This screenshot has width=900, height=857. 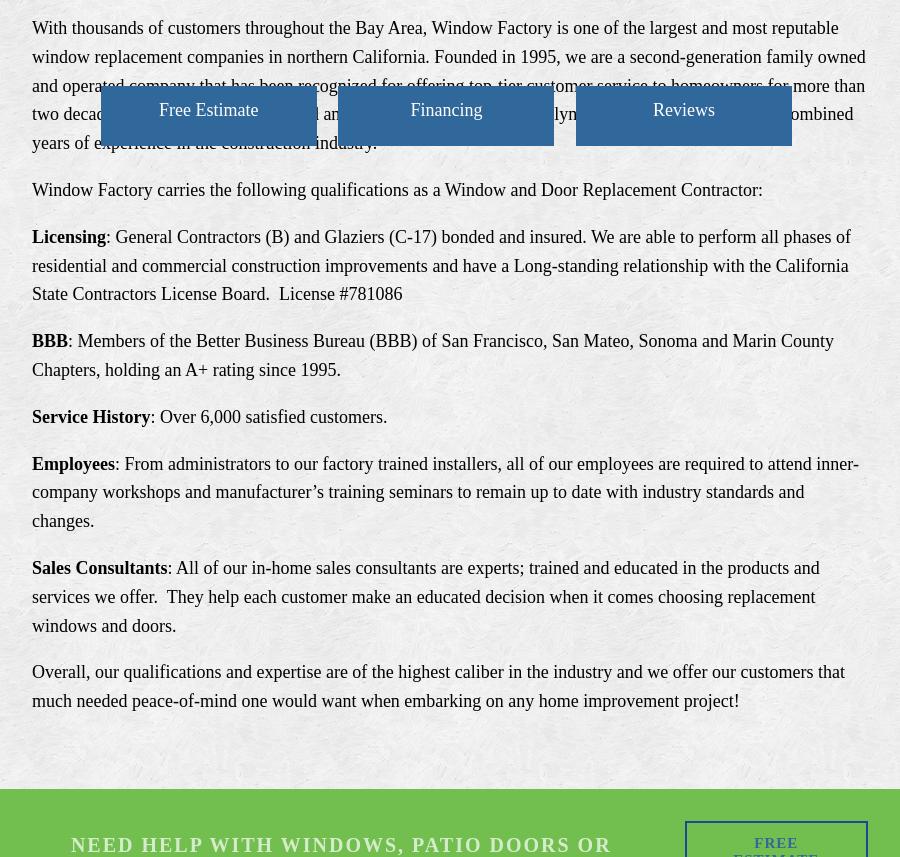 What do you see at coordinates (443, 264) in the screenshot?
I see `': General Contractors (B) and Glaziers (C-17) bonded and insured. We are able to perform all phases of residential and commercial construction improvements and have a Long-standing relationship with the California State Contractors License Board.  License #781086'` at bounding box center [443, 264].